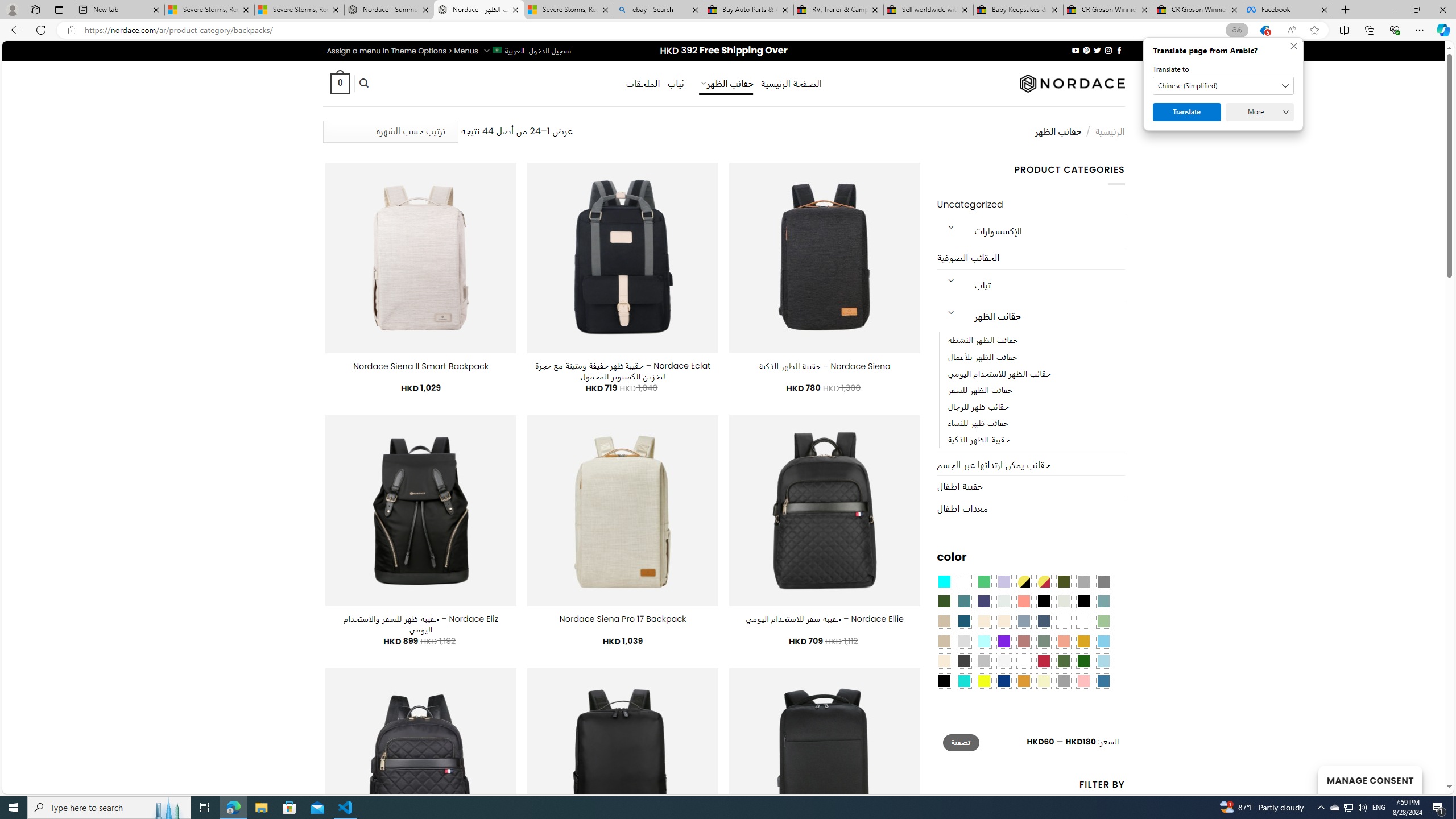 This screenshot has width=1456, height=819. I want to click on 'Hale Navy', so click(1043, 621).